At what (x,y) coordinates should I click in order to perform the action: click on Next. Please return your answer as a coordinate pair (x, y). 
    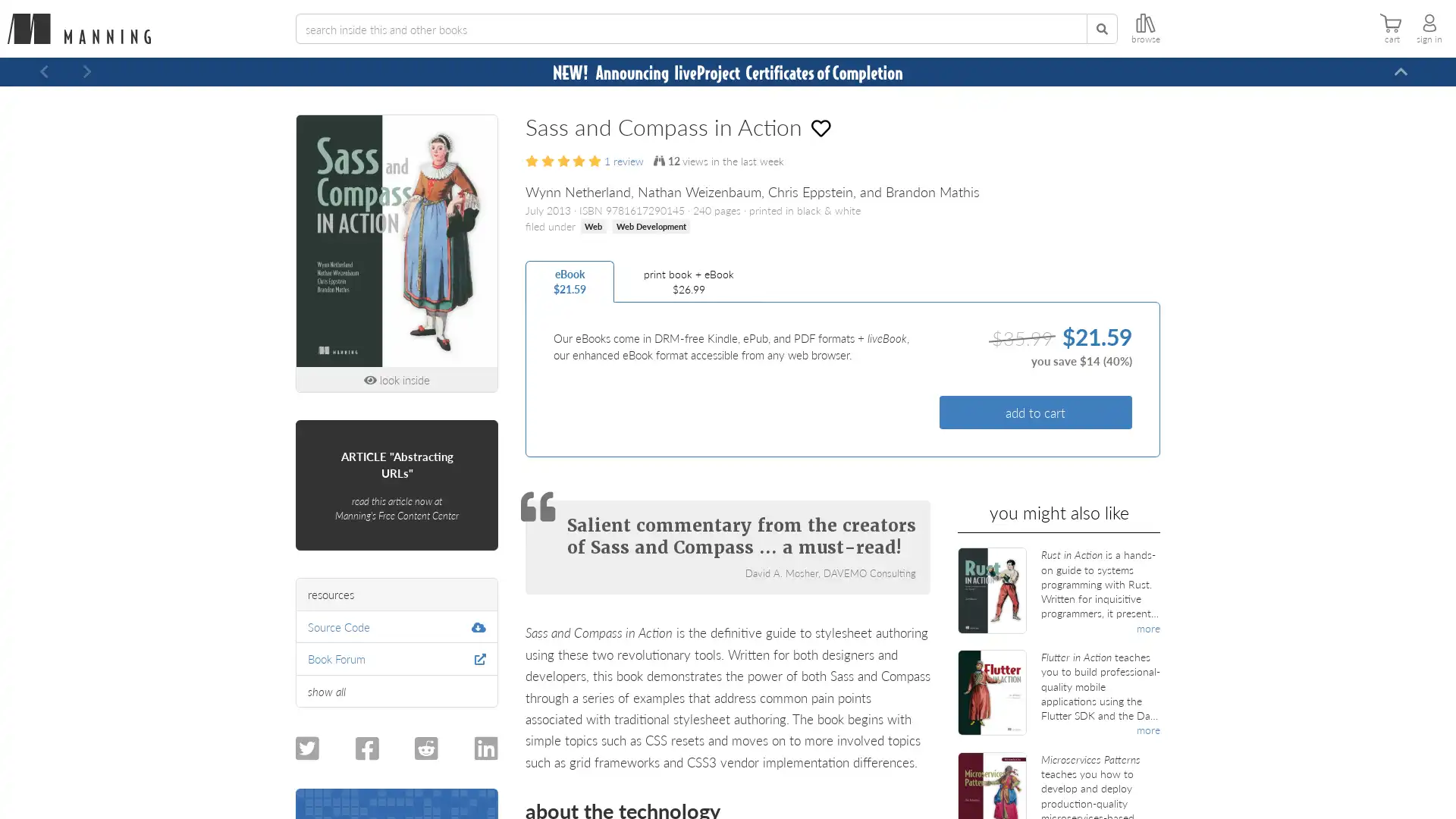
    Looking at the image, I should click on (86, 72).